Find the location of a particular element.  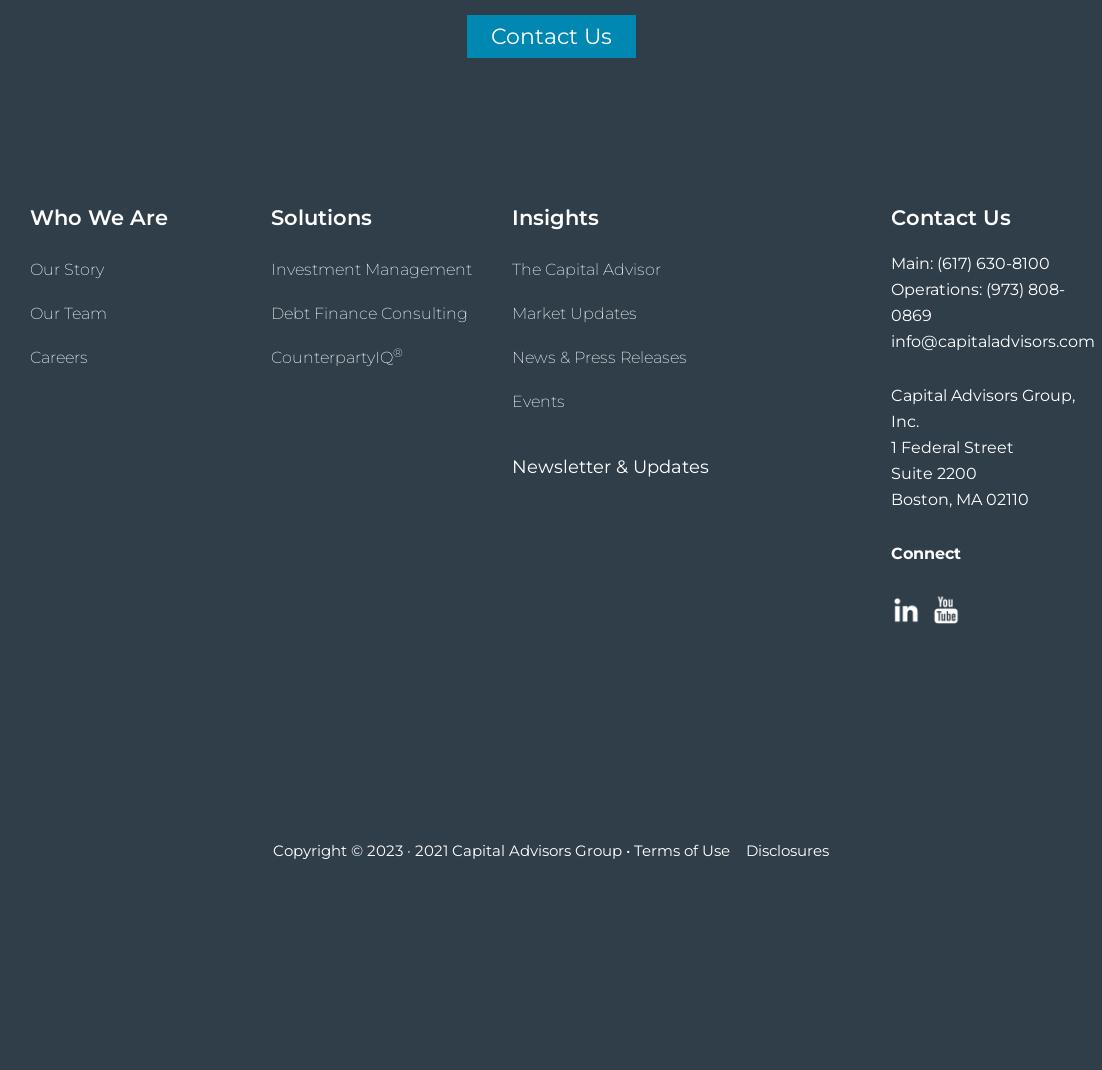

'Main: (617) 630-8100' is located at coordinates (969, 261).